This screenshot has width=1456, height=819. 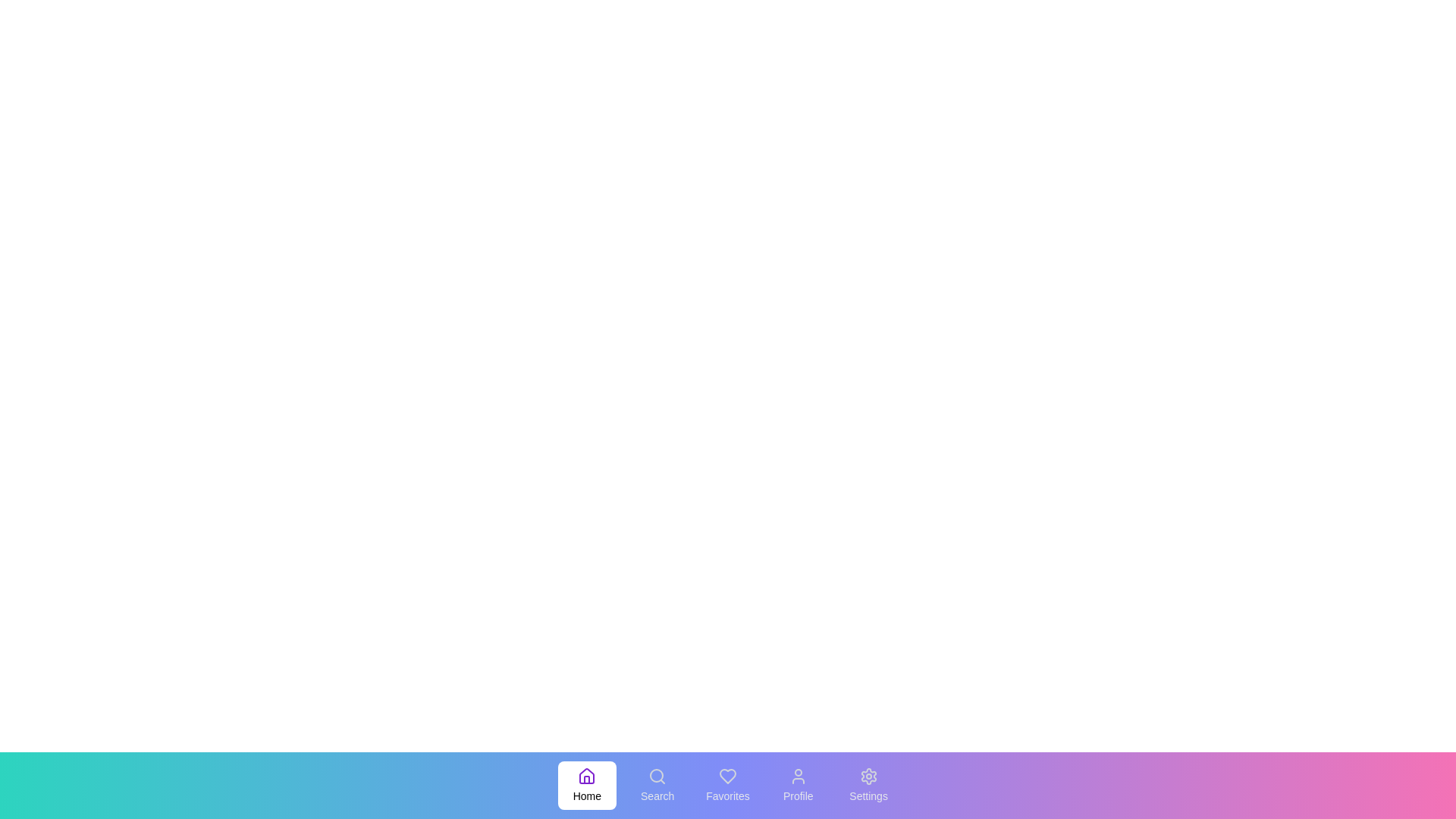 What do you see at coordinates (728, 785) in the screenshot?
I see `the menu item Favorites by clicking on it` at bounding box center [728, 785].